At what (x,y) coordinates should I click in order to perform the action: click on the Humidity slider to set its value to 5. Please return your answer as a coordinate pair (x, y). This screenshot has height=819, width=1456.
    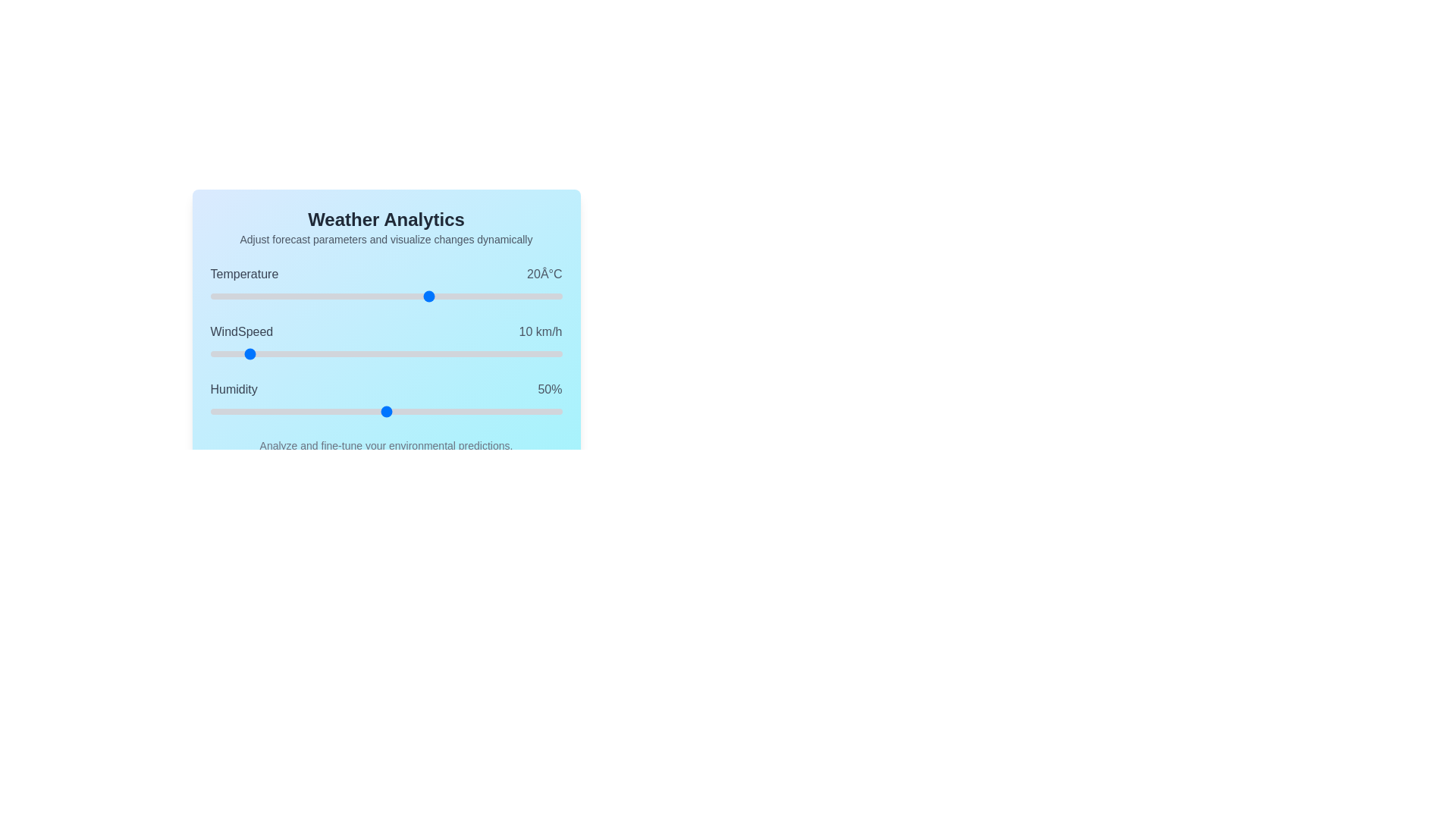
    Looking at the image, I should click on (227, 412).